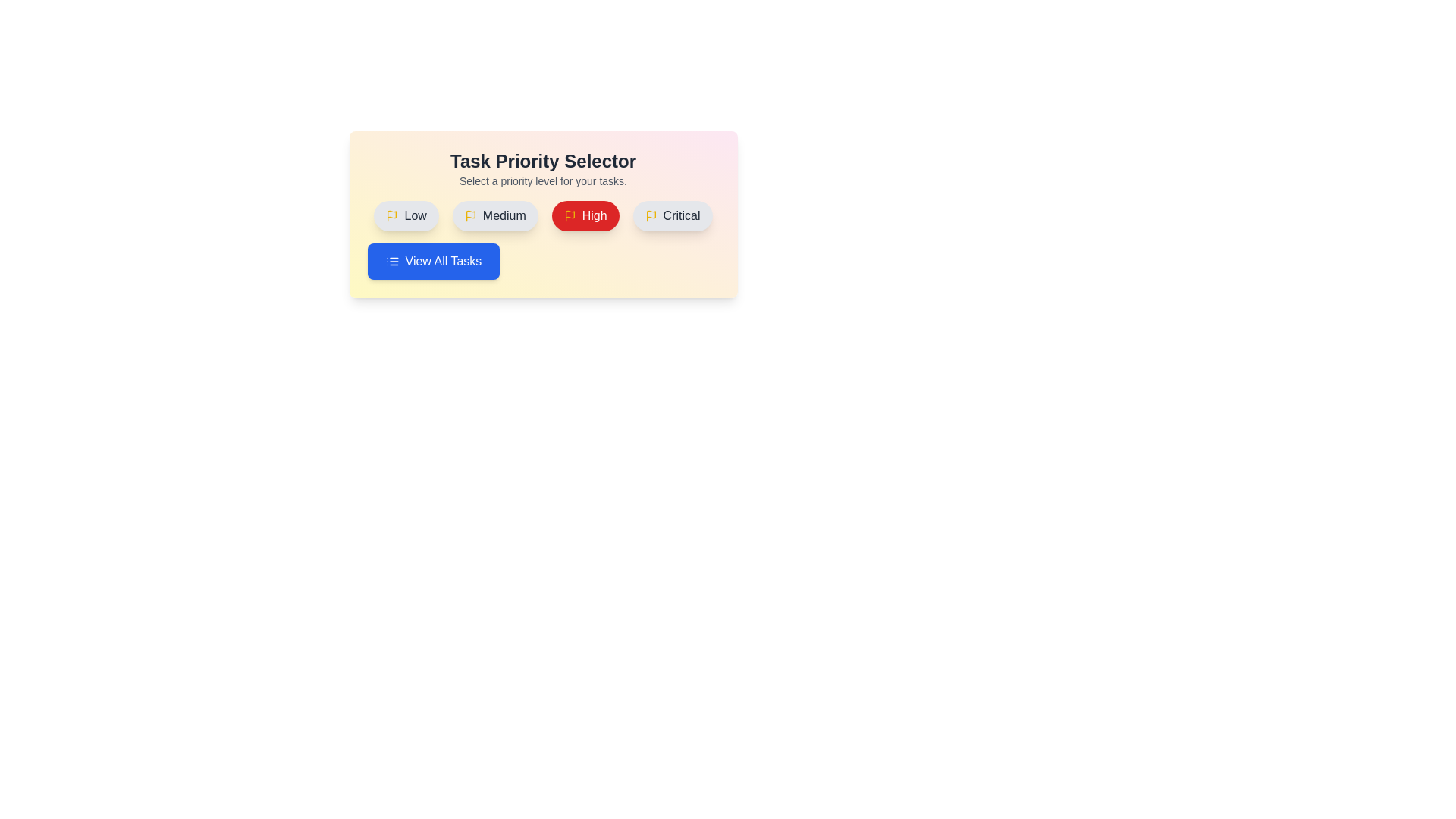 This screenshot has height=819, width=1456. What do you see at coordinates (672, 216) in the screenshot?
I see `the button corresponding to the priority level Critical` at bounding box center [672, 216].